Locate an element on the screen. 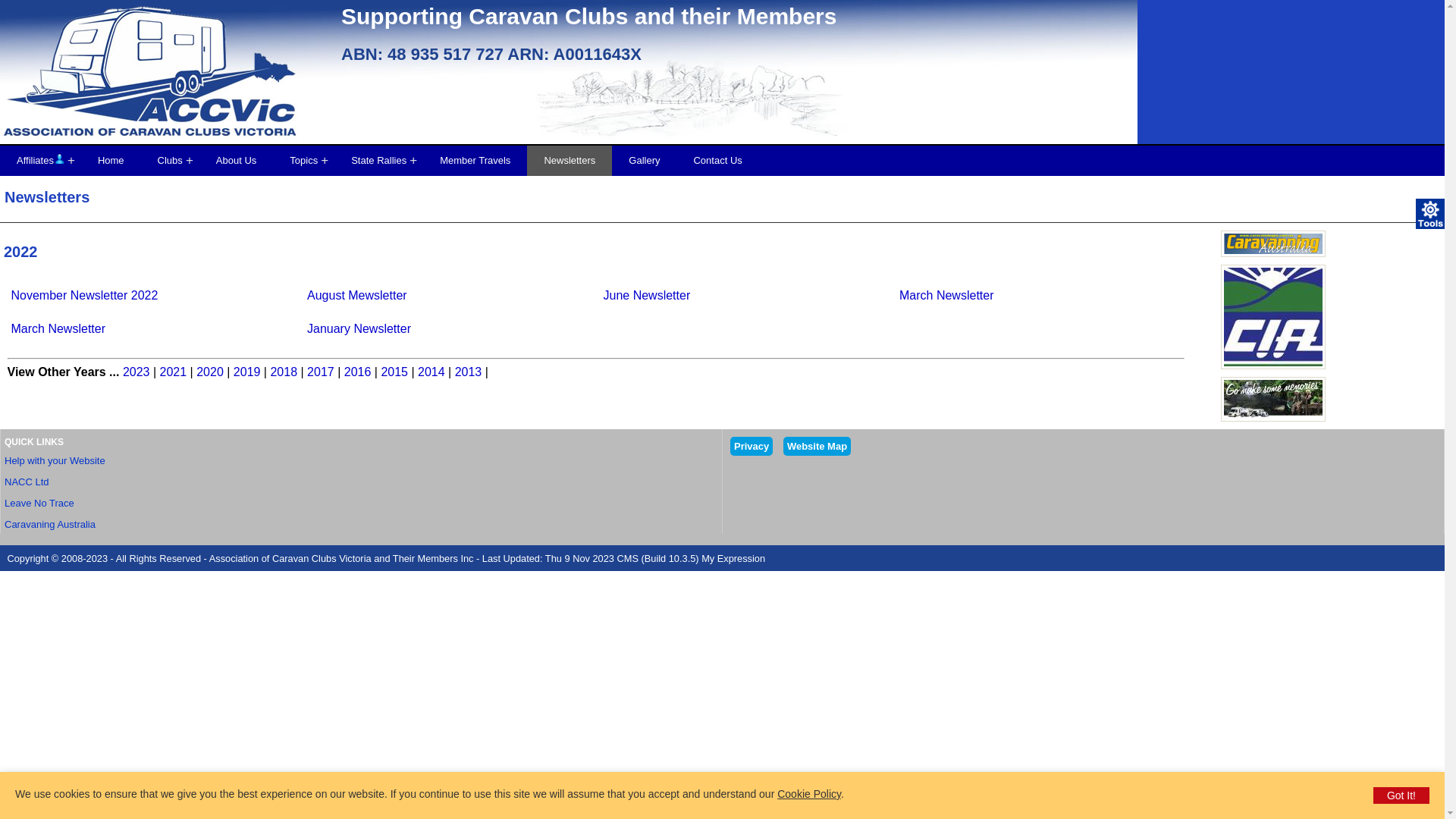  'Tools' is located at coordinates (1429, 213).